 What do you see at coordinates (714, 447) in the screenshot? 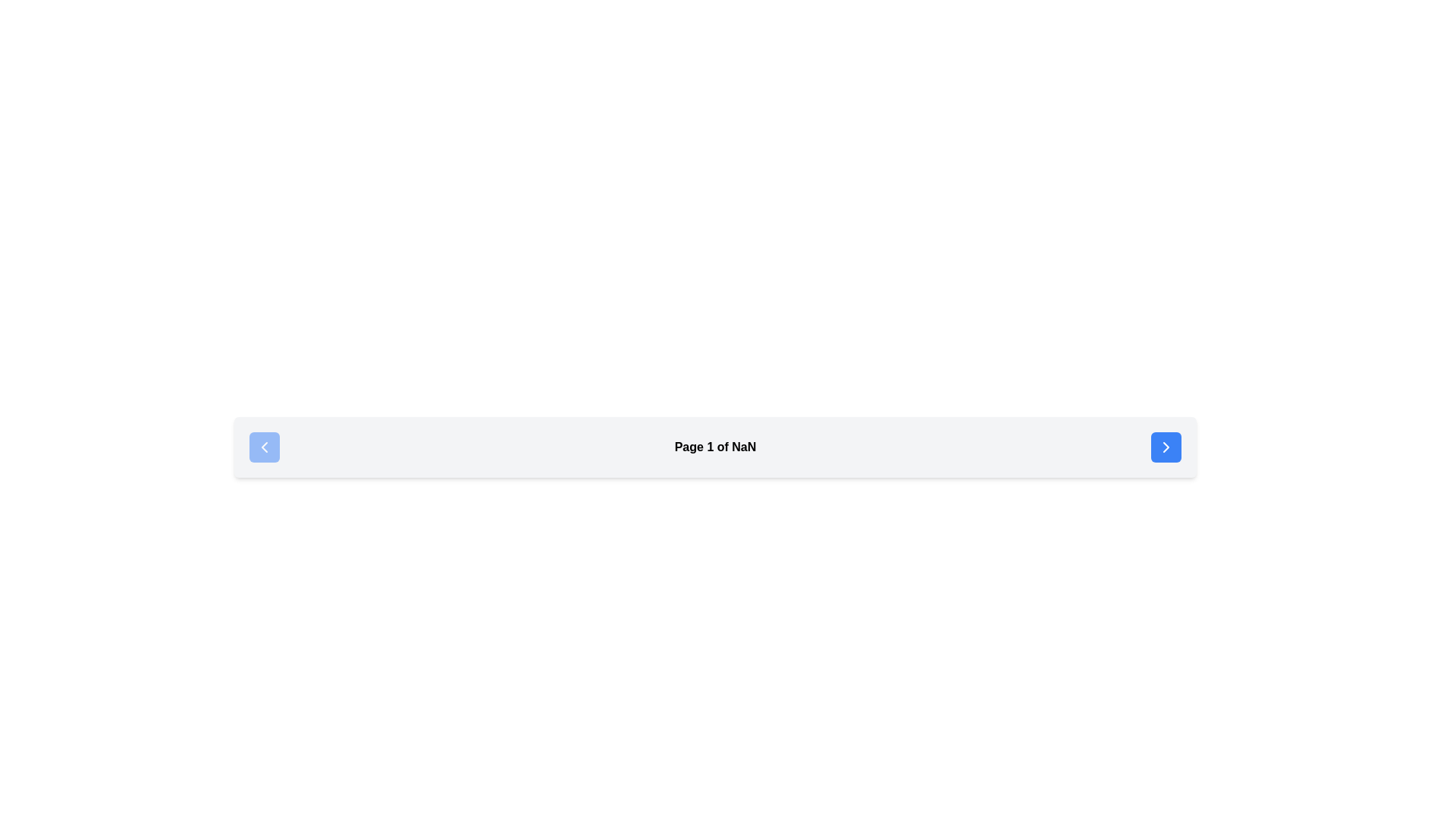
I see `the static text displaying 'Page 1 of NaN' in the toolbar, which is centrally aligned and bold` at bounding box center [714, 447].